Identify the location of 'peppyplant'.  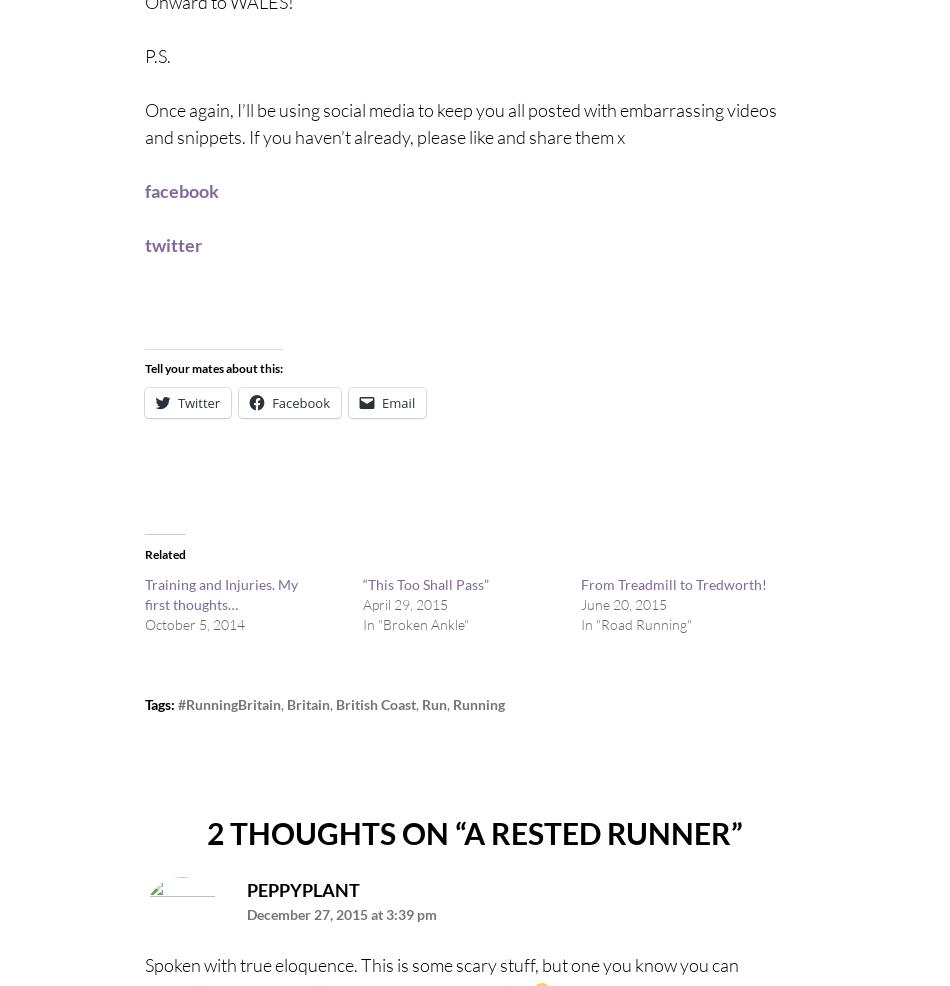
(302, 887).